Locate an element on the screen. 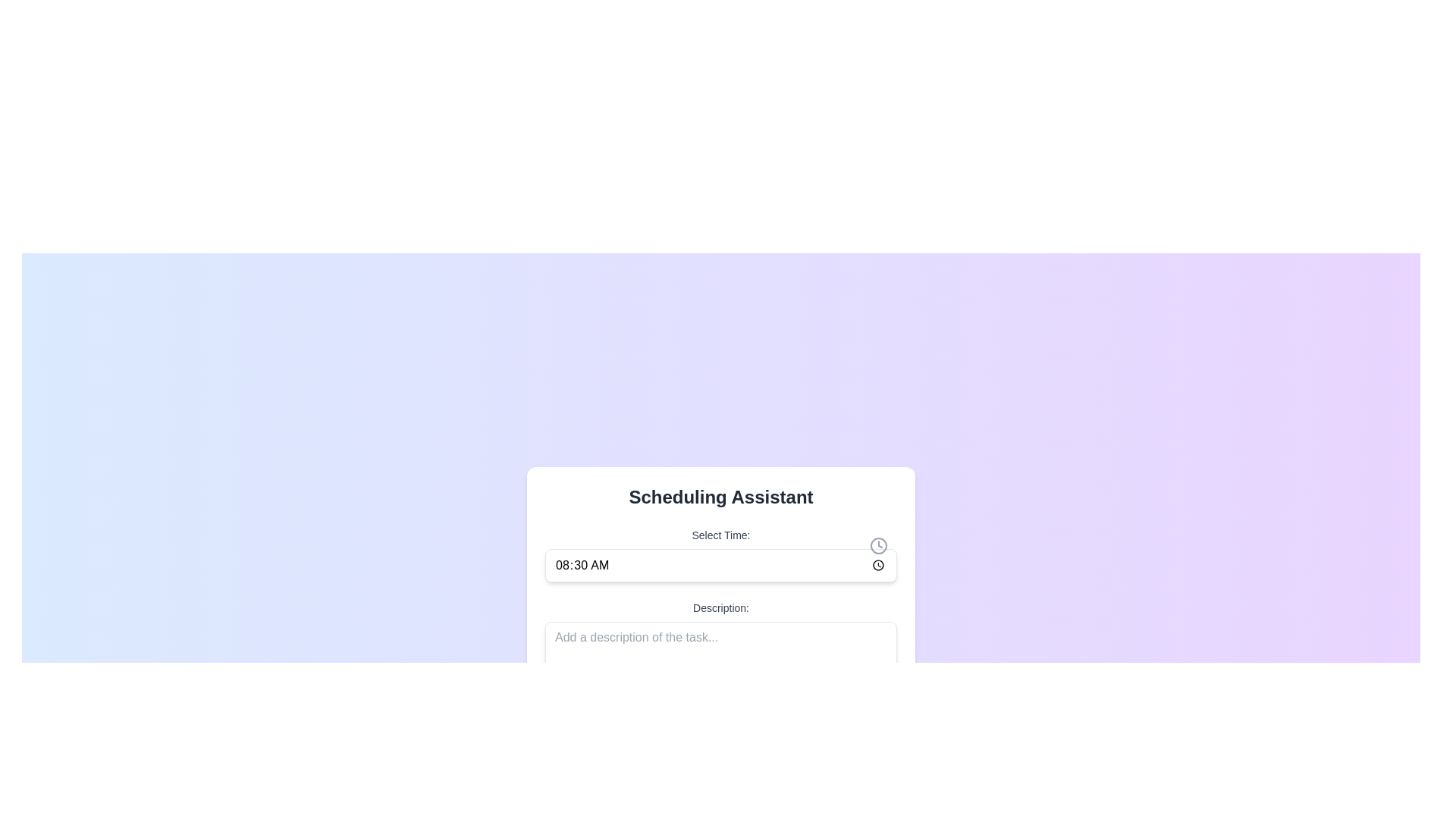 The height and width of the screenshot is (819, 1456). the outer boundary of the clock icon in the 'Select Time' section of the 'Scheduling Assistant' interface is located at coordinates (878, 544).